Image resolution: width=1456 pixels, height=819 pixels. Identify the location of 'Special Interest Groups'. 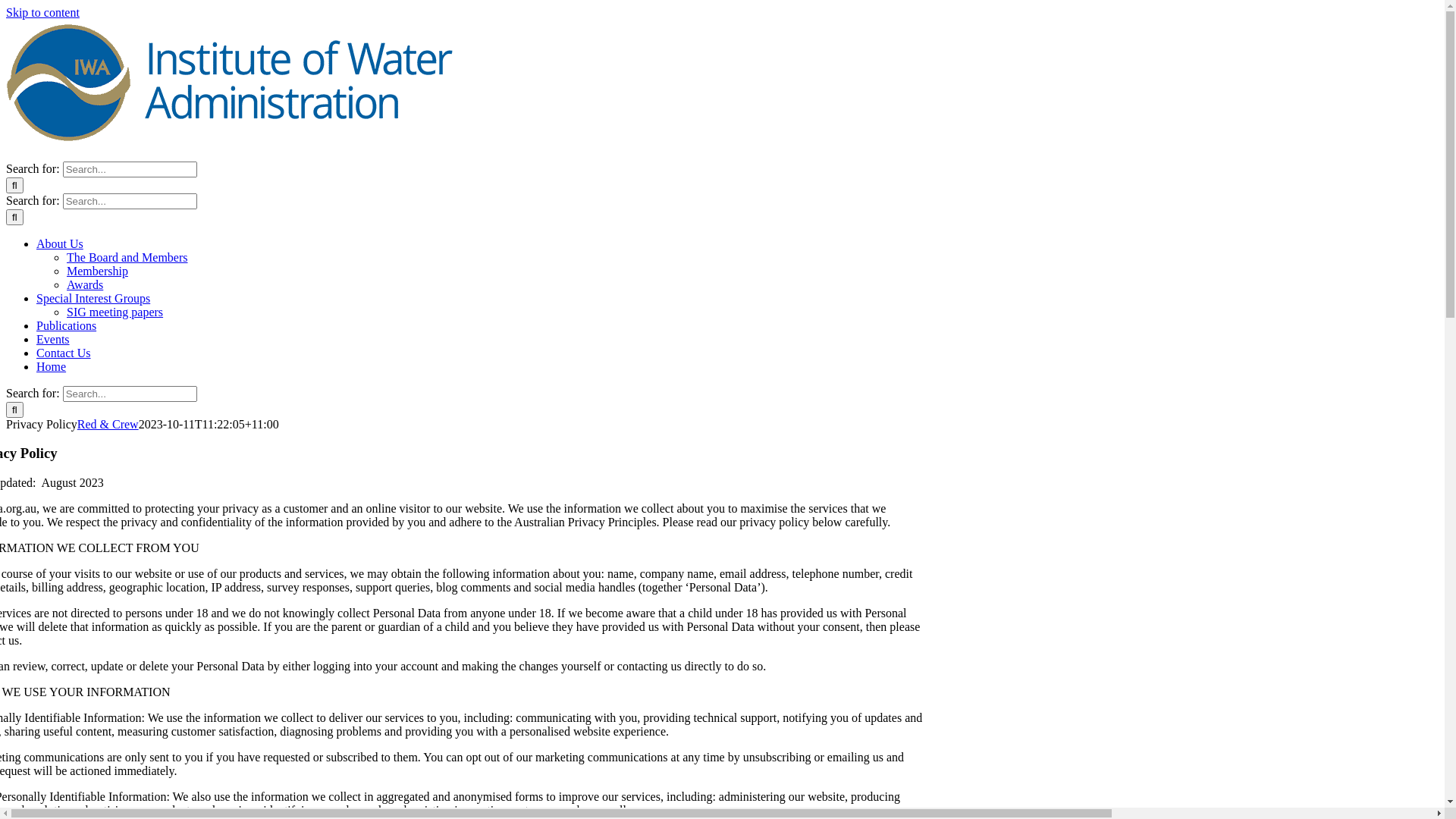
(93, 298).